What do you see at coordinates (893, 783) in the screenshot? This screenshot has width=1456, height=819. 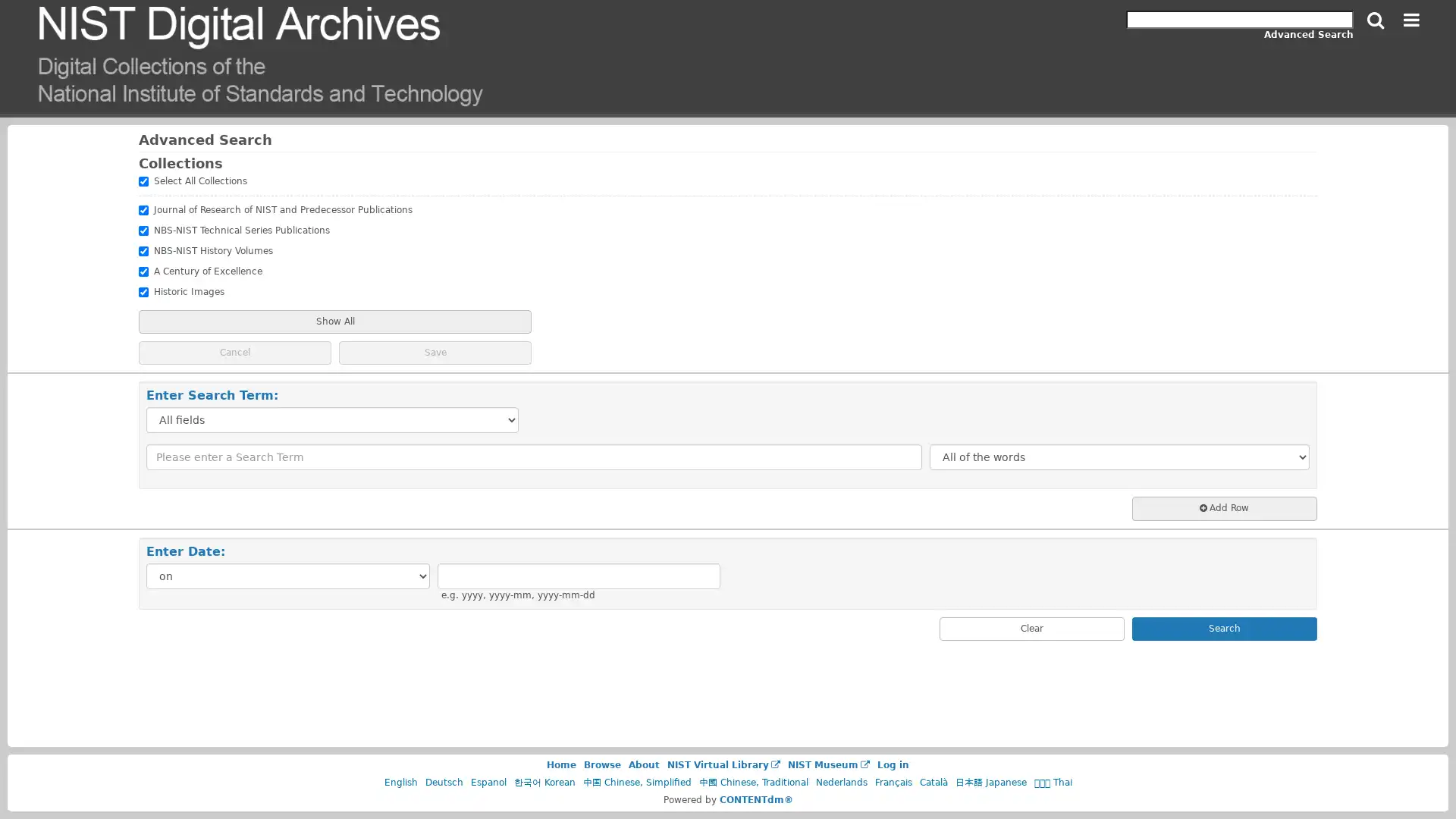 I see `Francais` at bounding box center [893, 783].